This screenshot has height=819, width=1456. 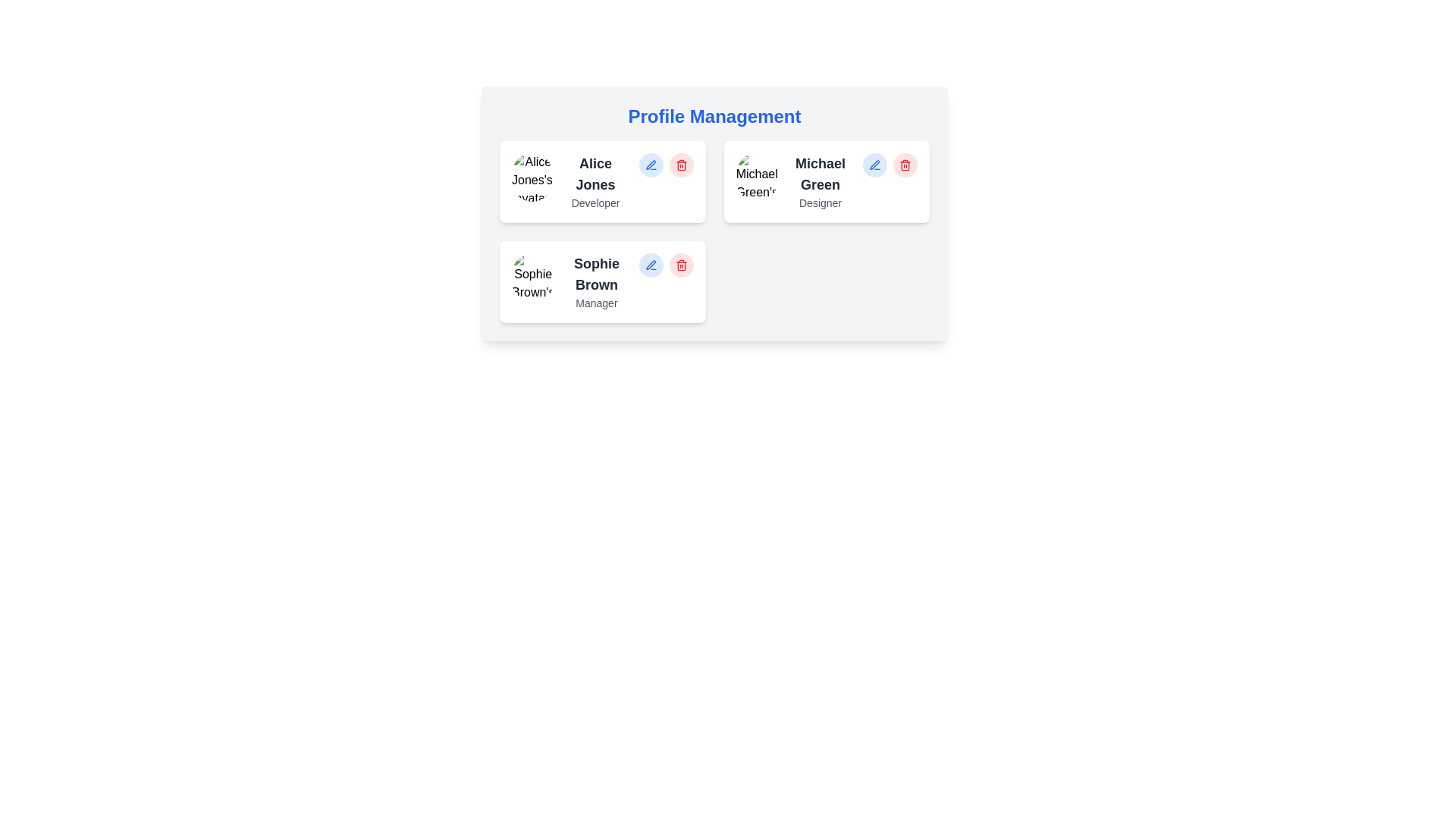 What do you see at coordinates (532, 177) in the screenshot?
I see `the circular profile avatar image for Alice Jones, which is positioned at the top-left corner of her profile card` at bounding box center [532, 177].